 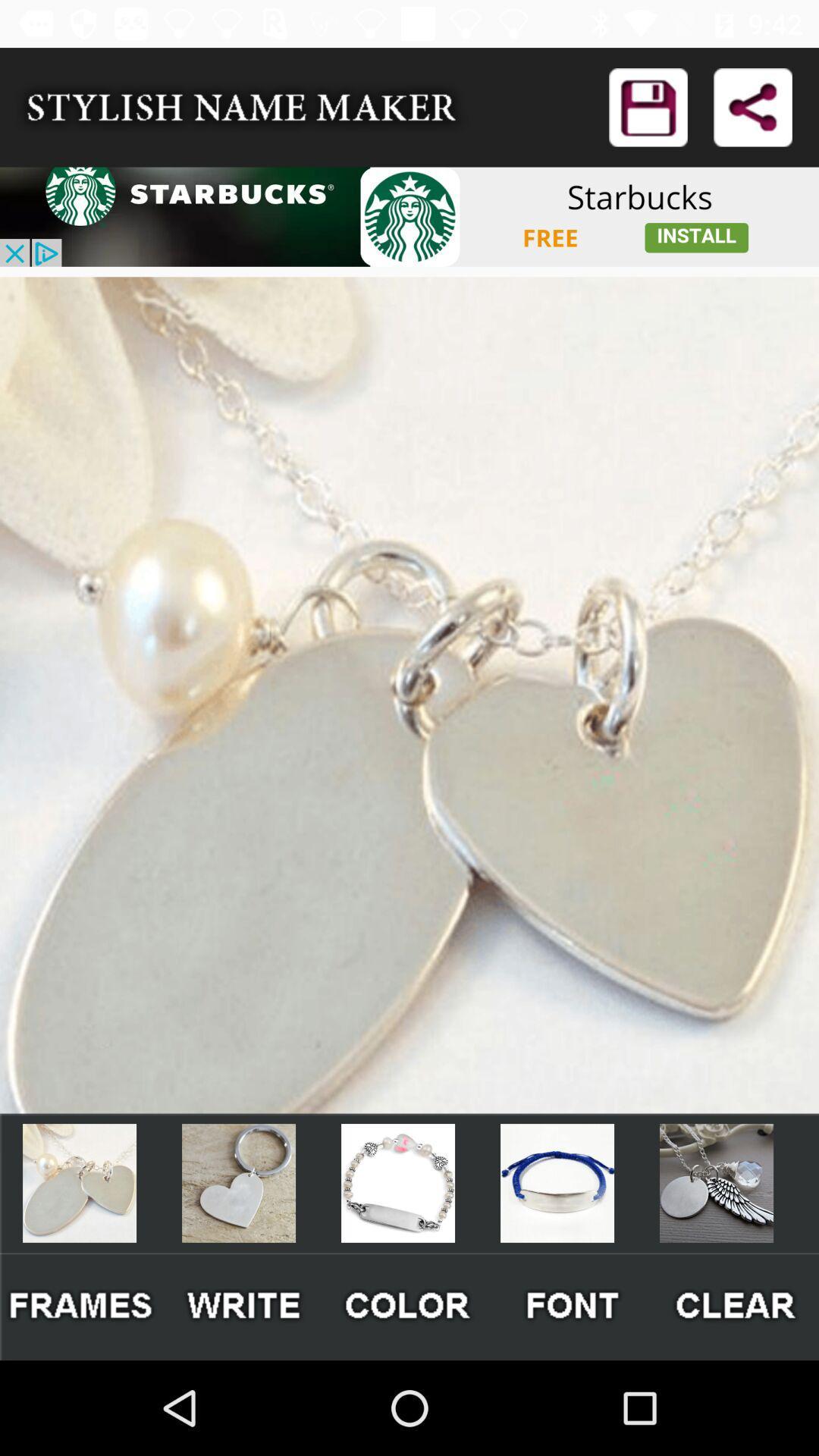 I want to click on the sliders icon, so click(x=573, y=1306).